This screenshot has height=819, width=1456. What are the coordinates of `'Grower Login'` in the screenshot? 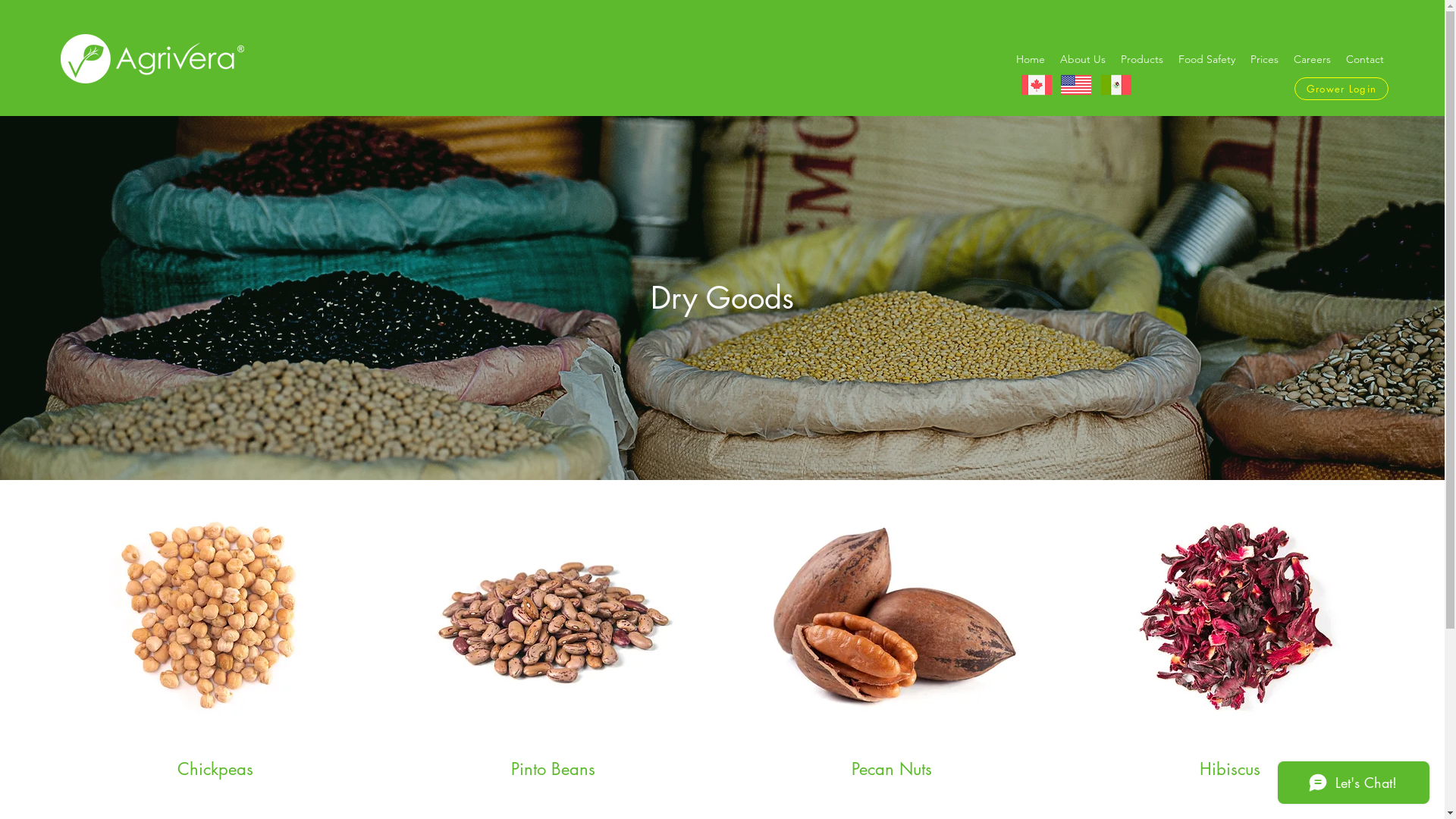 It's located at (1341, 88).